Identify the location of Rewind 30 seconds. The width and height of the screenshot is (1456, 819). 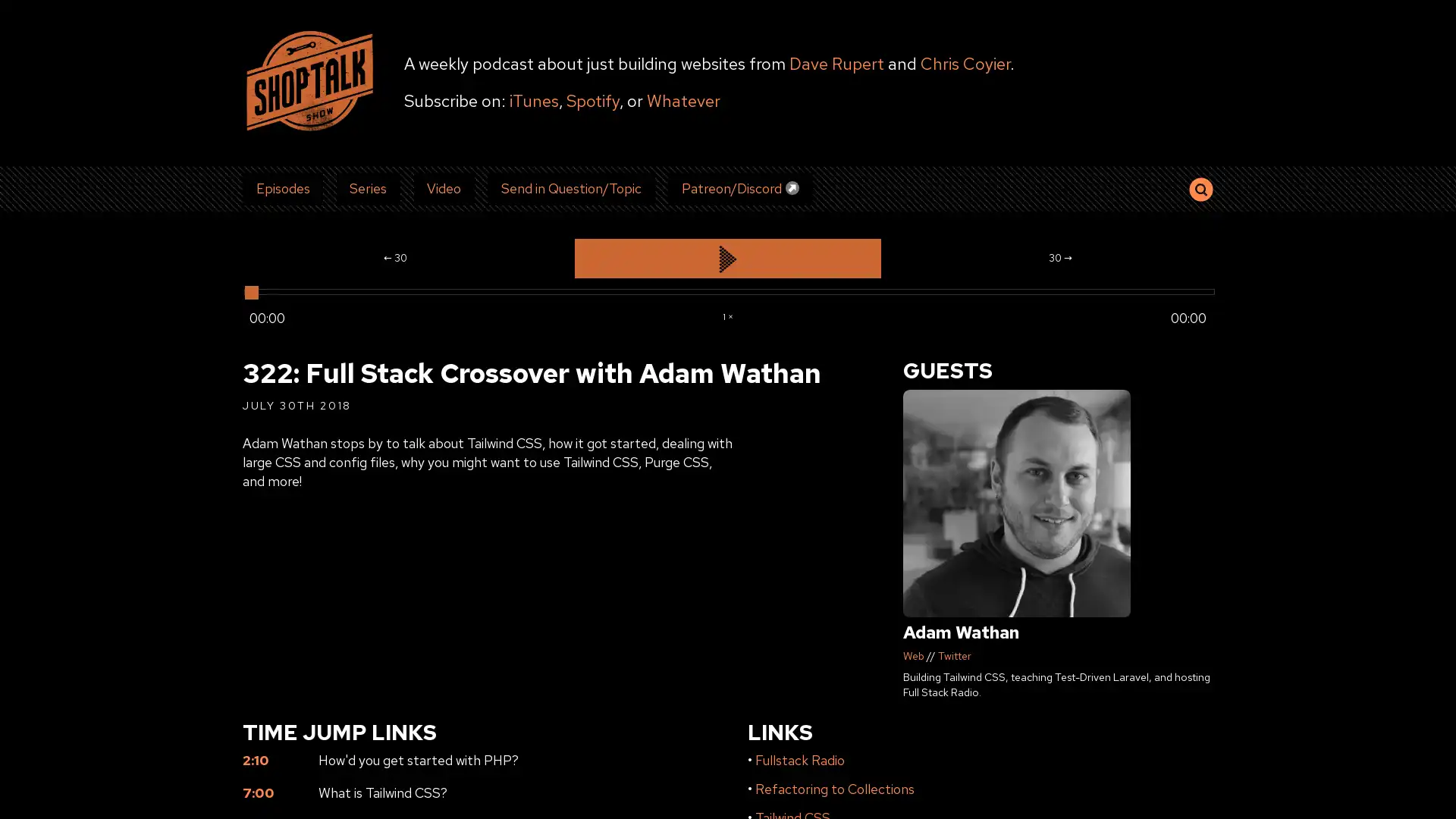
(395, 257).